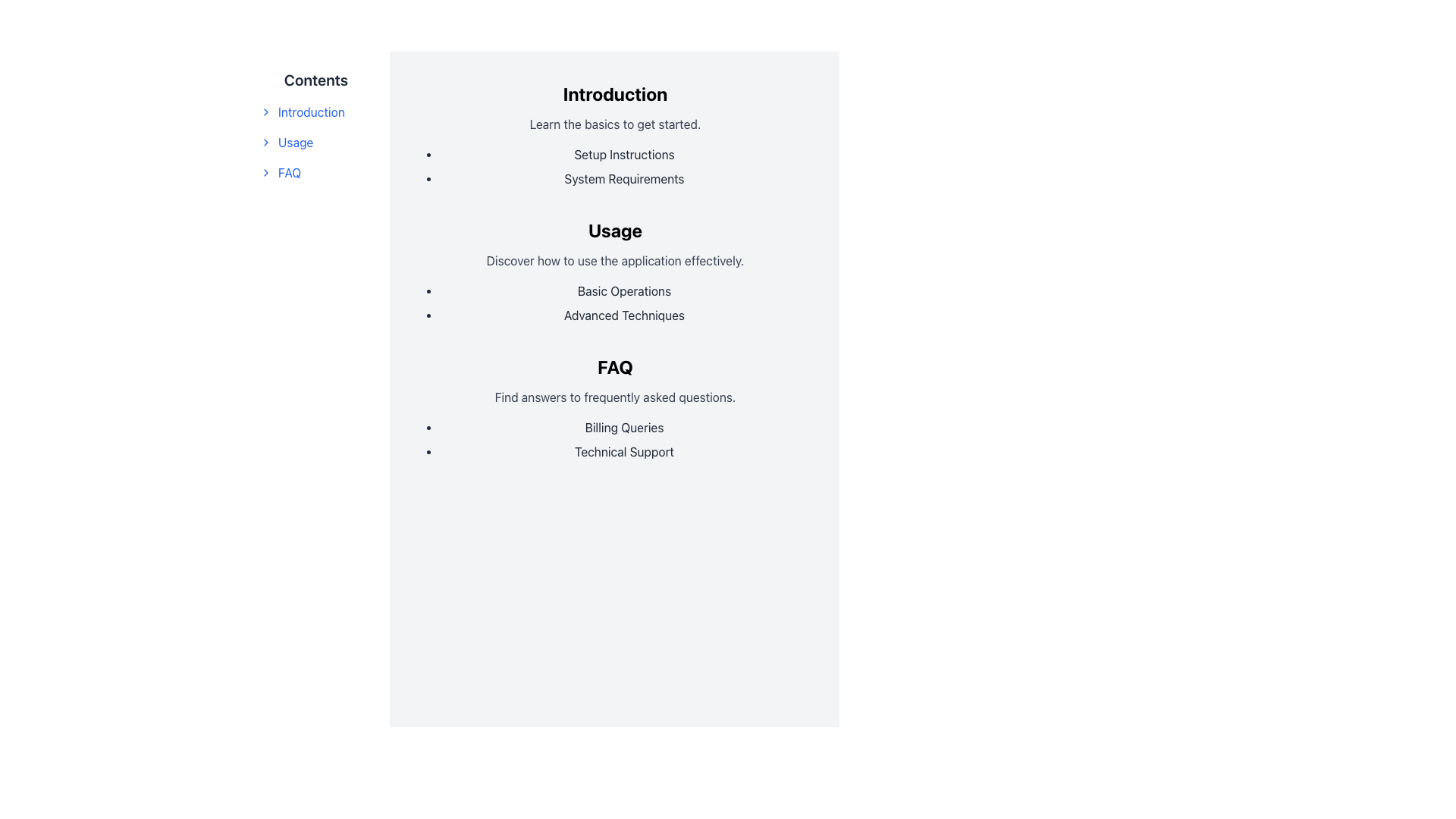 Image resolution: width=1456 pixels, height=819 pixels. Describe the element at coordinates (265, 143) in the screenshot. I see `the chevron icon located to the immediate left of the 'Usage' text link in the navigation sidebar` at that location.